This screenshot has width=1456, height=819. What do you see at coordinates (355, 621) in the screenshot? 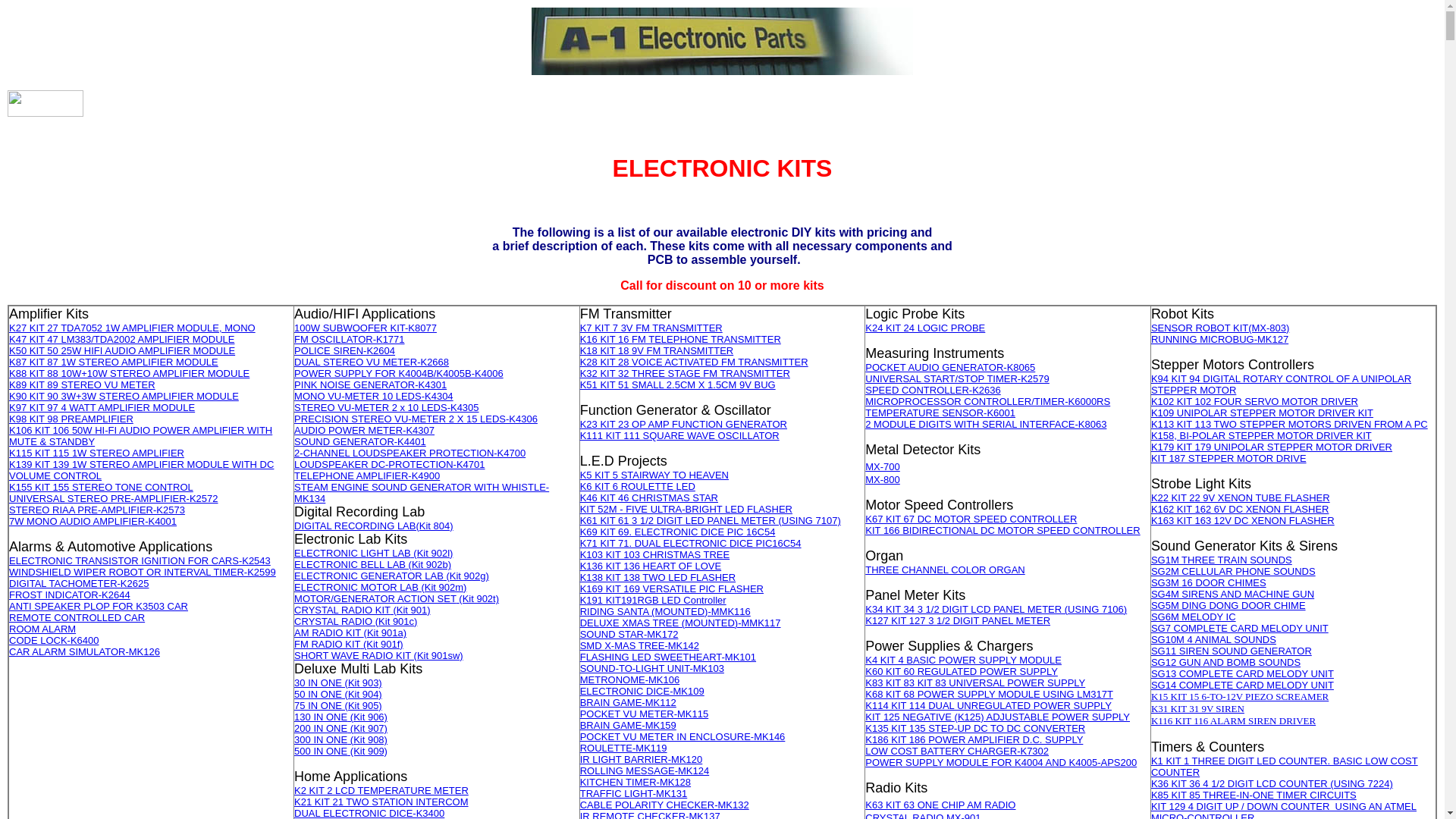
I see `'CRYSTAL RADIO (Kit 901c)'` at bounding box center [355, 621].